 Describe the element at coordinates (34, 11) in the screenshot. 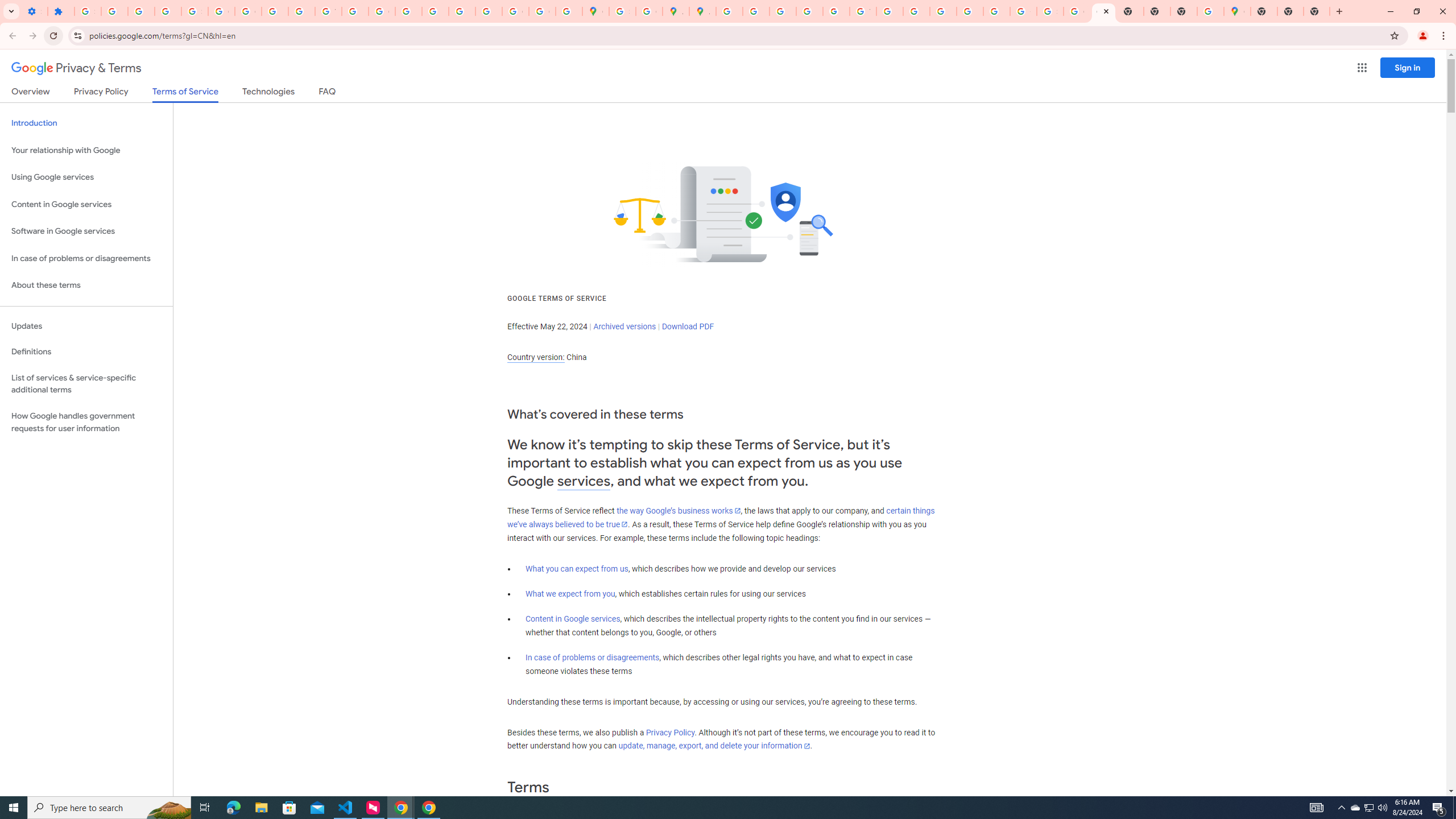

I see `'Settings - On startup'` at that location.